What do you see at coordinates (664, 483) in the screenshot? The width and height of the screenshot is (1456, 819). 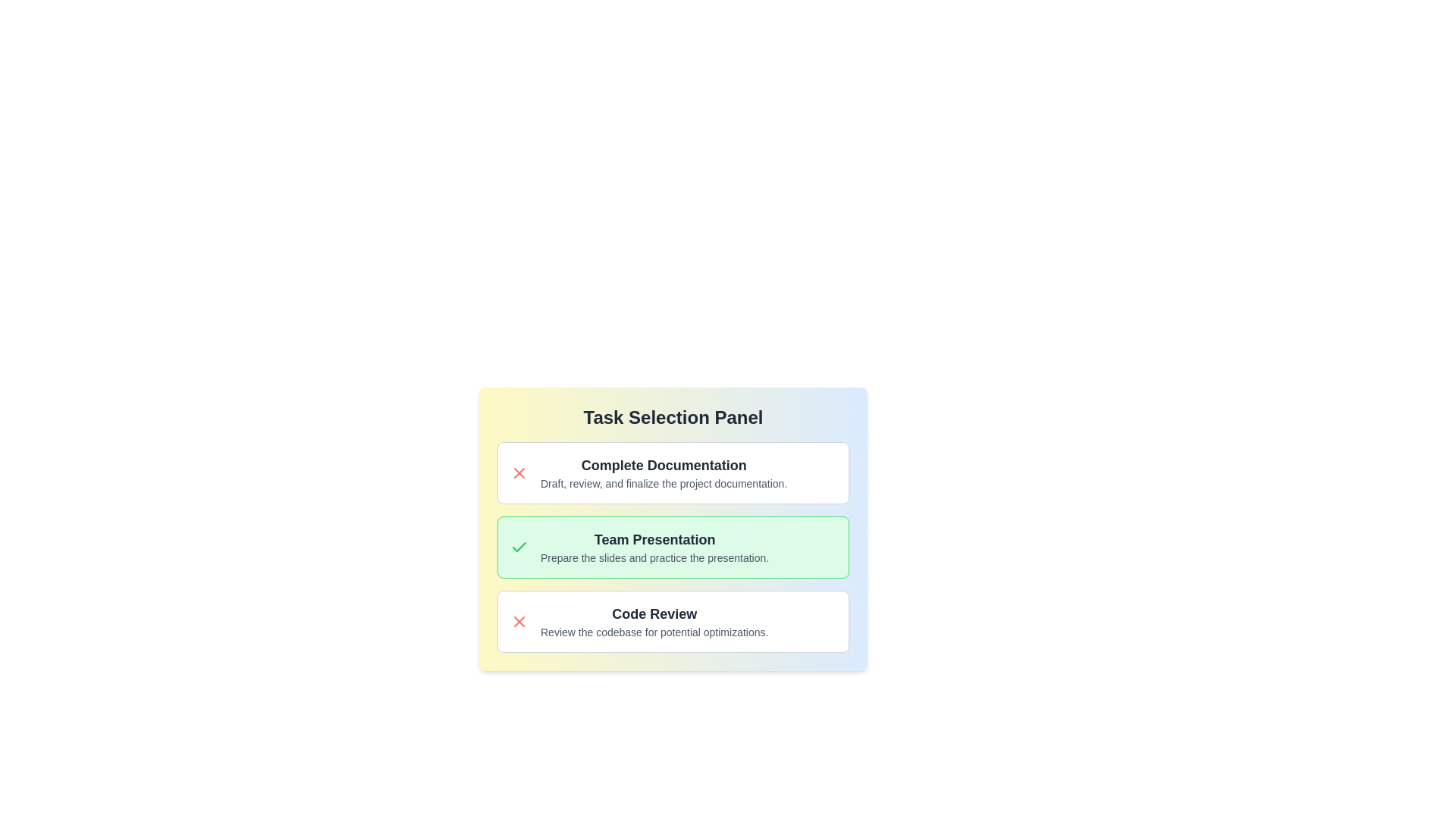 I see `the text label stating 'Draft, review, and finalize the project documentation.' located below the title in the 'Complete Documentation' section` at bounding box center [664, 483].